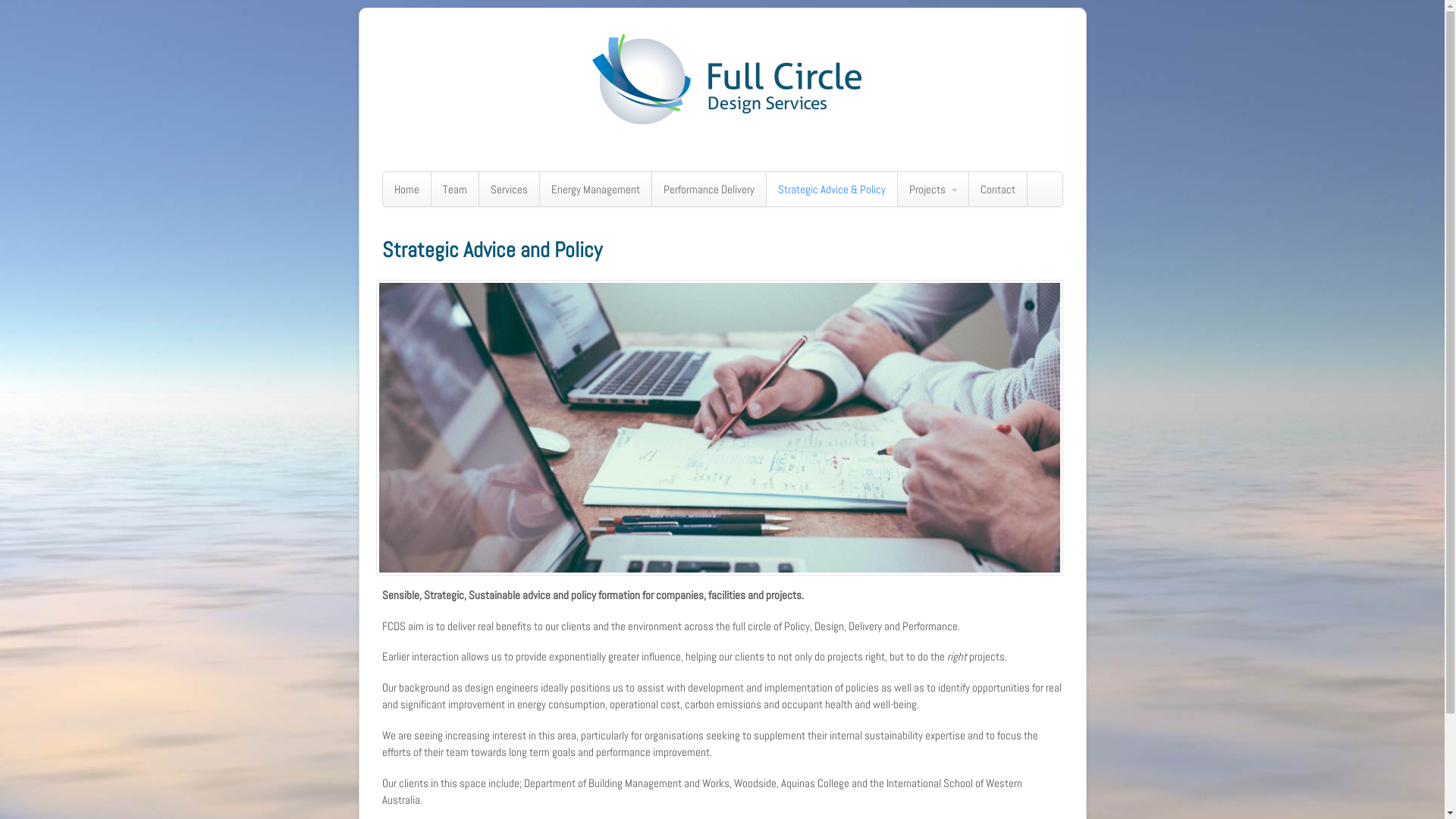 This screenshot has width=1456, height=819. Describe the element at coordinates (968, 188) in the screenshot. I see `'Contact'` at that location.